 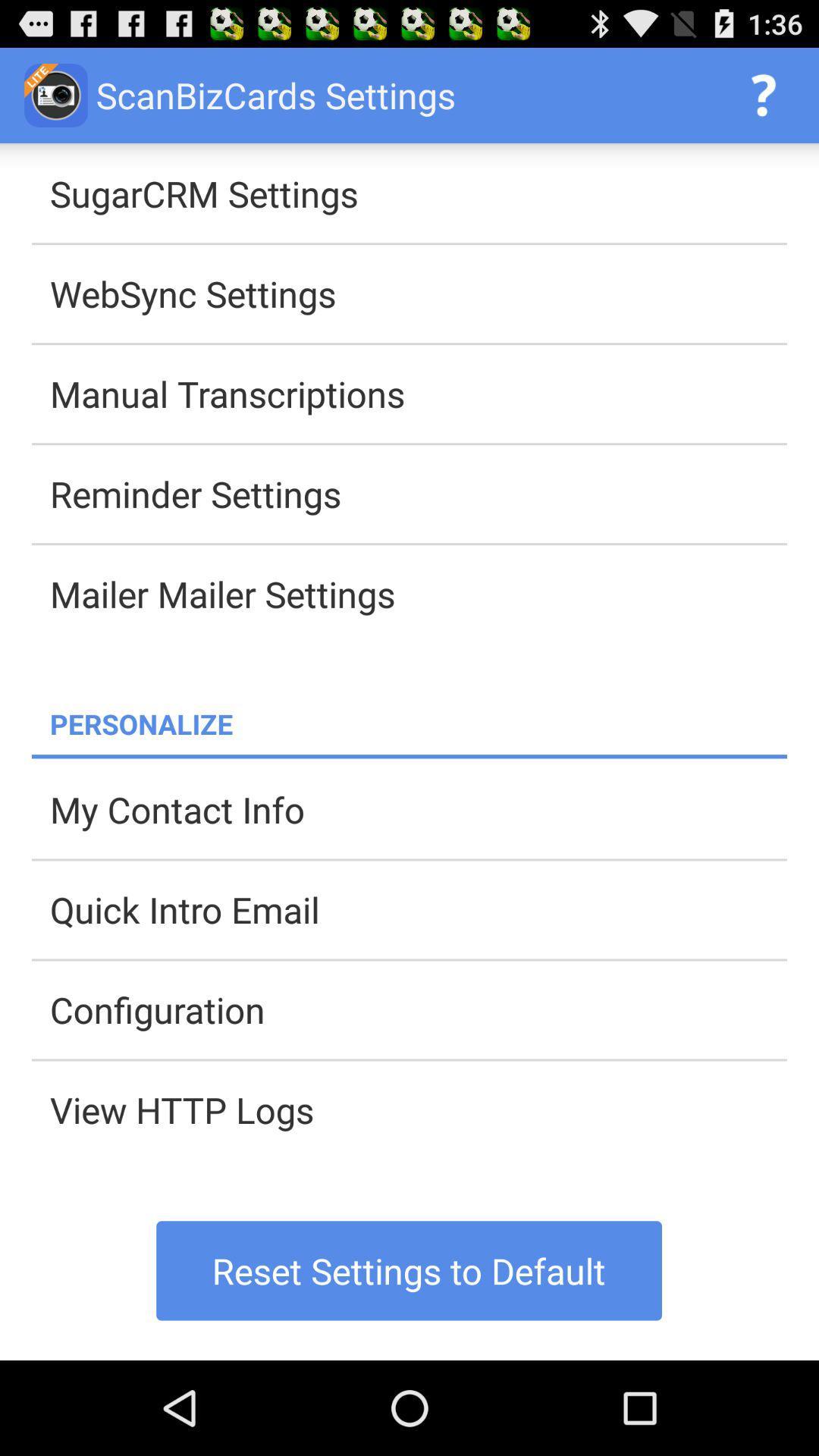 What do you see at coordinates (418, 1109) in the screenshot?
I see `icon above the reset settings to item` at bounding box center [418, 1109].